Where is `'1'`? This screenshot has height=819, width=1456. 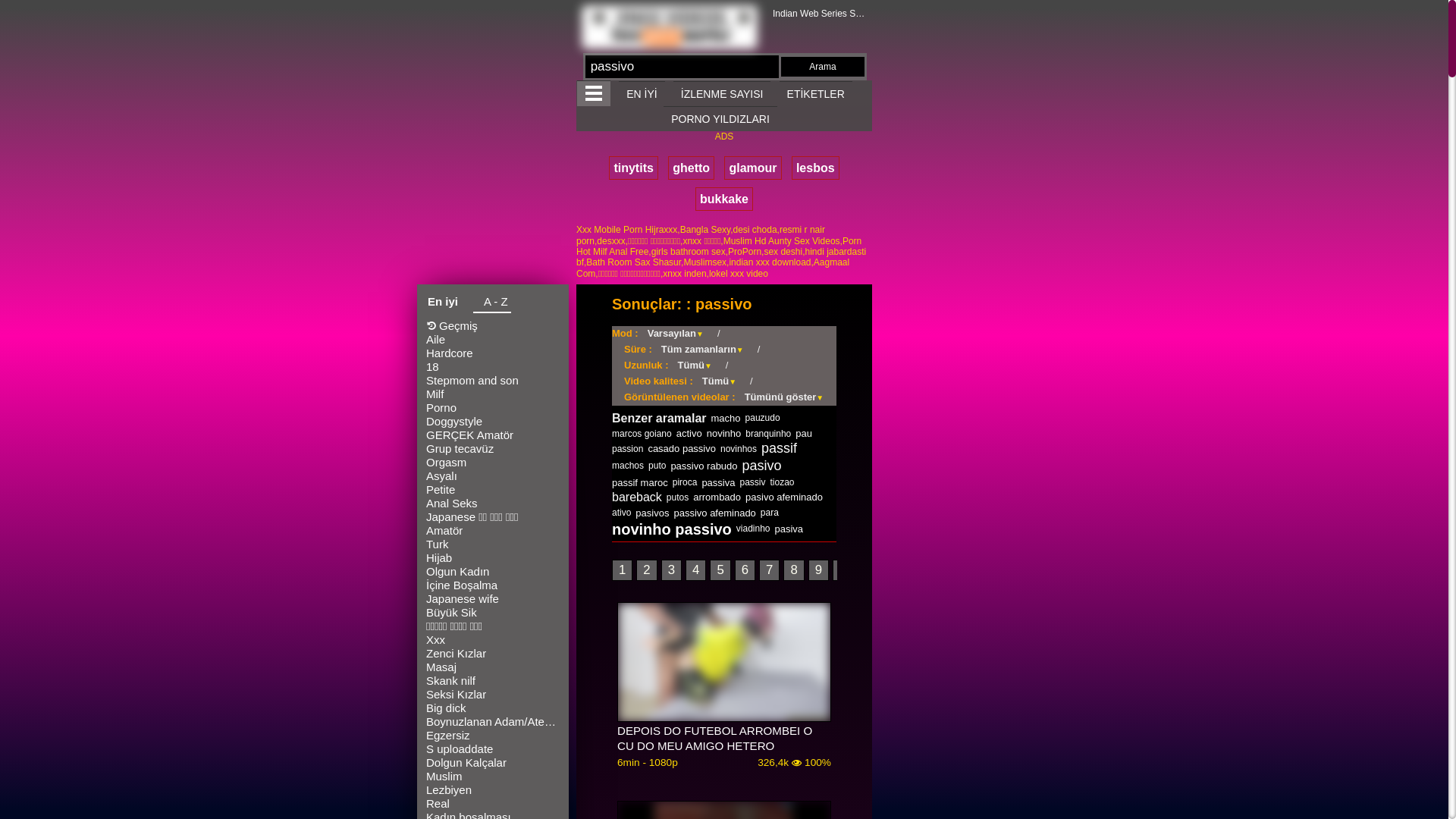 '1' is located at coordinates (622, 570).